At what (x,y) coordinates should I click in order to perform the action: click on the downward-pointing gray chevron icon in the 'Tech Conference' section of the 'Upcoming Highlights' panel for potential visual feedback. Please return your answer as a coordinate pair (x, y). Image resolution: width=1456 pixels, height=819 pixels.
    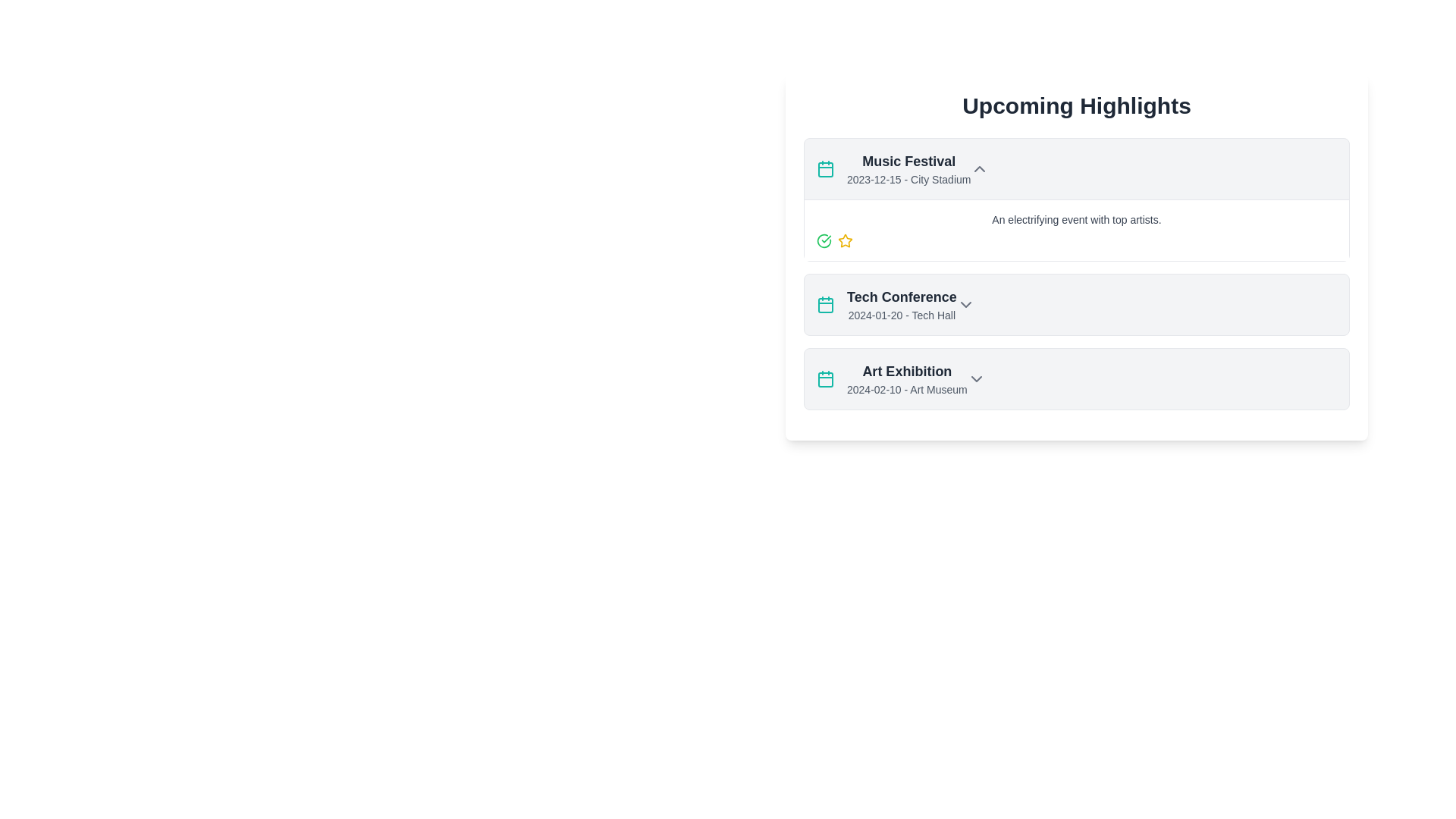
    Looking at the image, I should click on (965, 304).